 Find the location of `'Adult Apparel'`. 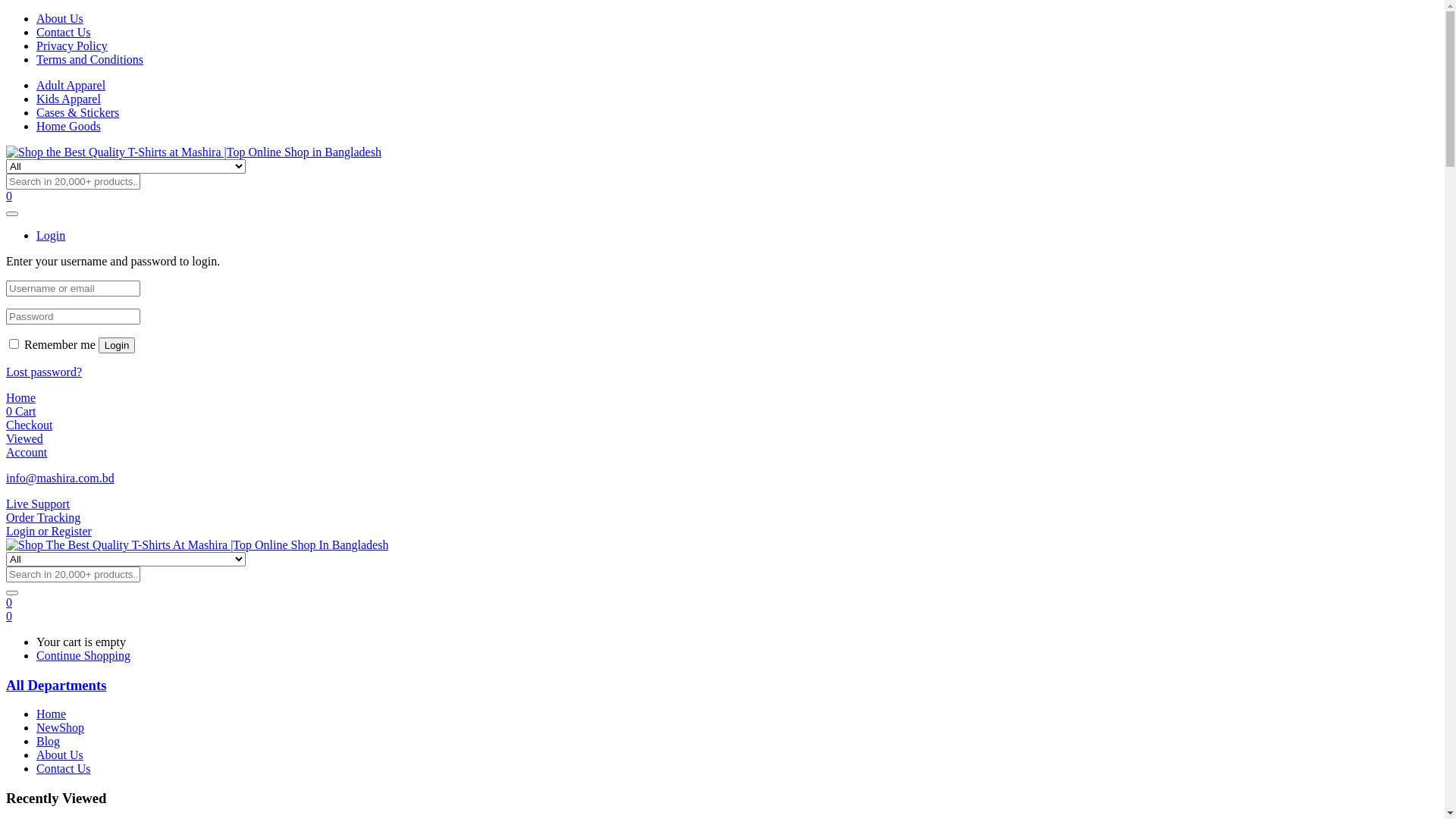

'Adult Apparel' is located at coordinates (70, 85).